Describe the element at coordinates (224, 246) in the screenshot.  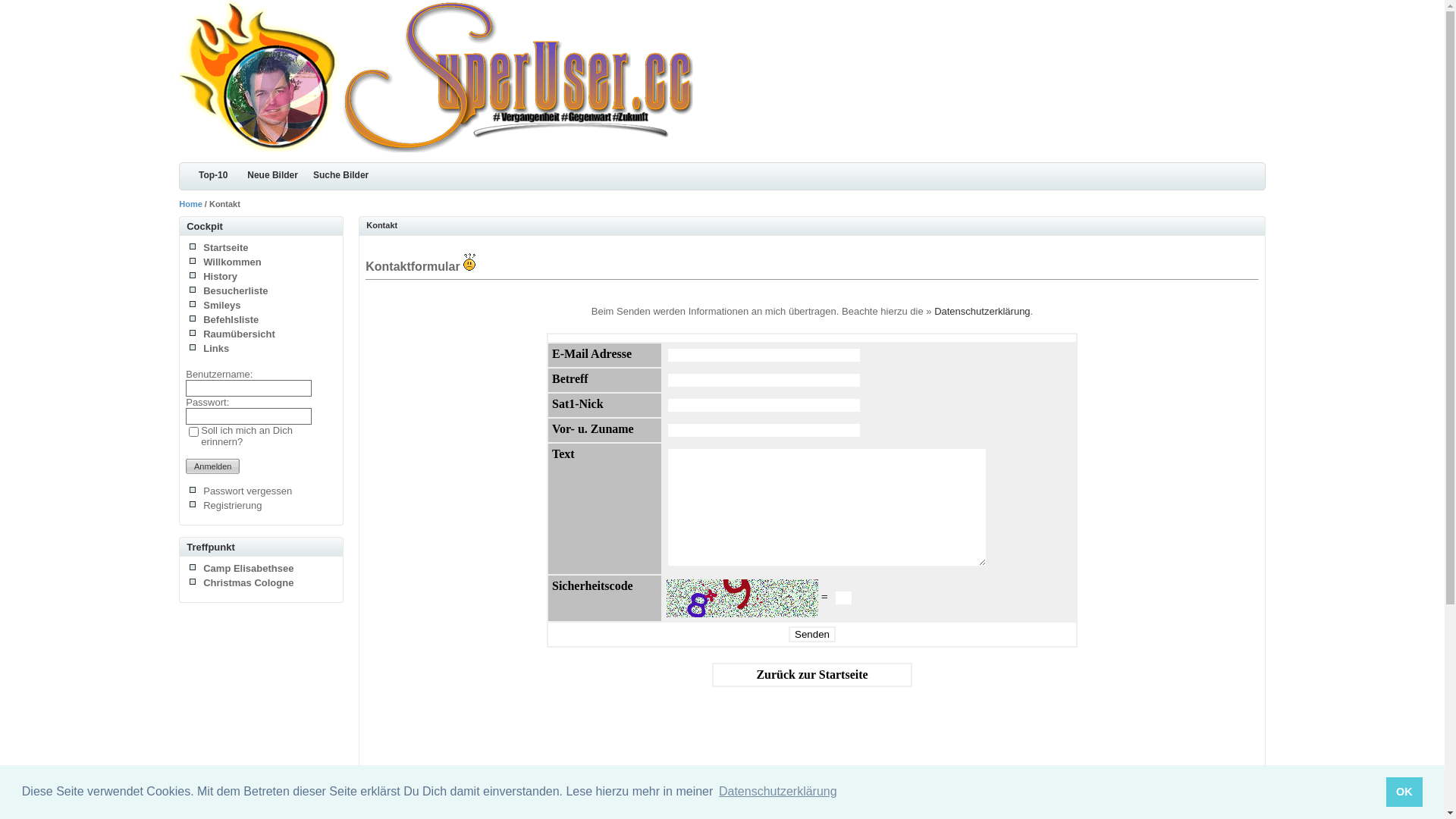
I see `'Startseite'` at that location.